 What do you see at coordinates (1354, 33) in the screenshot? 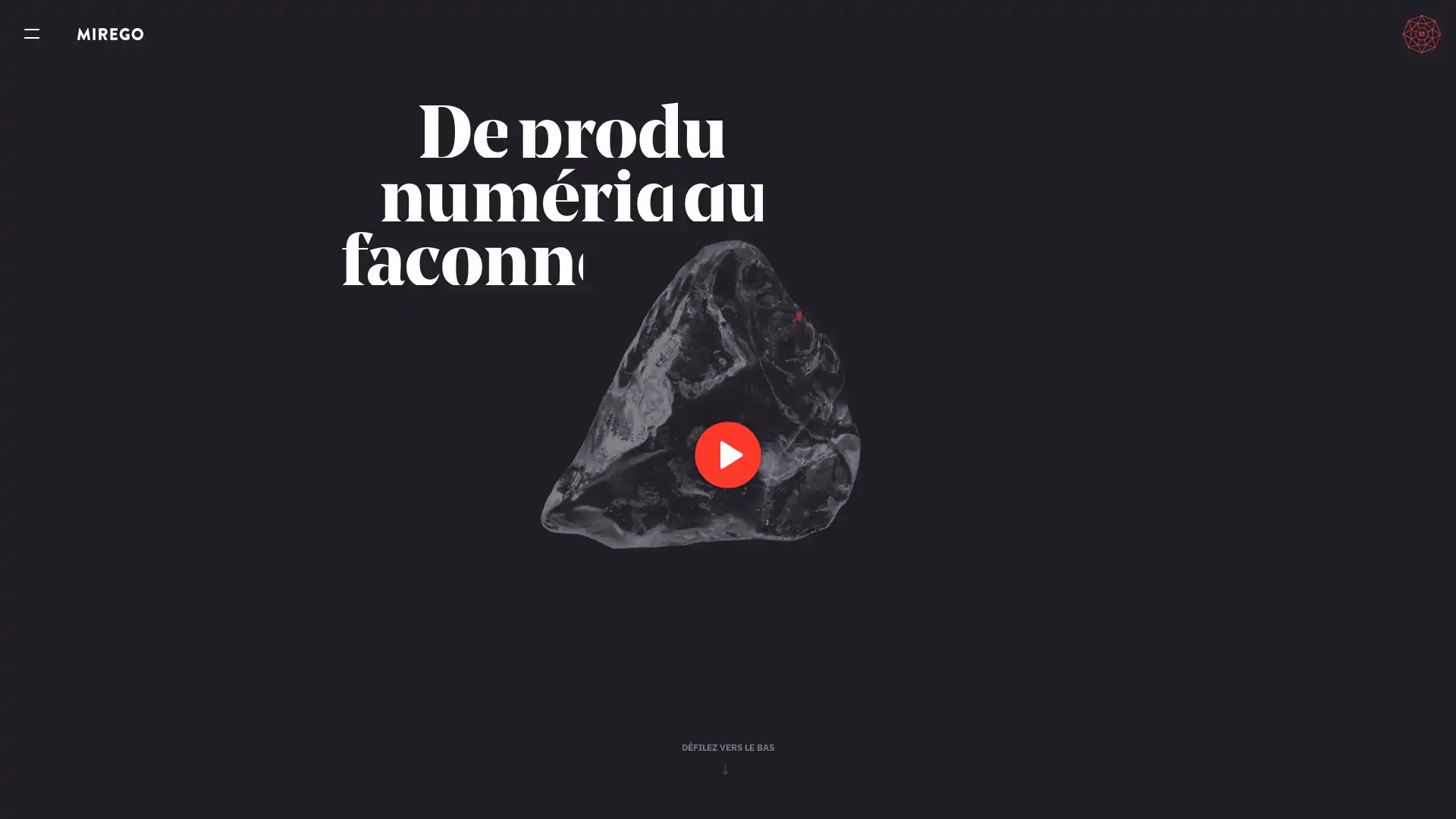
I see `Switch to English version` at bounding box center [1354, 33].